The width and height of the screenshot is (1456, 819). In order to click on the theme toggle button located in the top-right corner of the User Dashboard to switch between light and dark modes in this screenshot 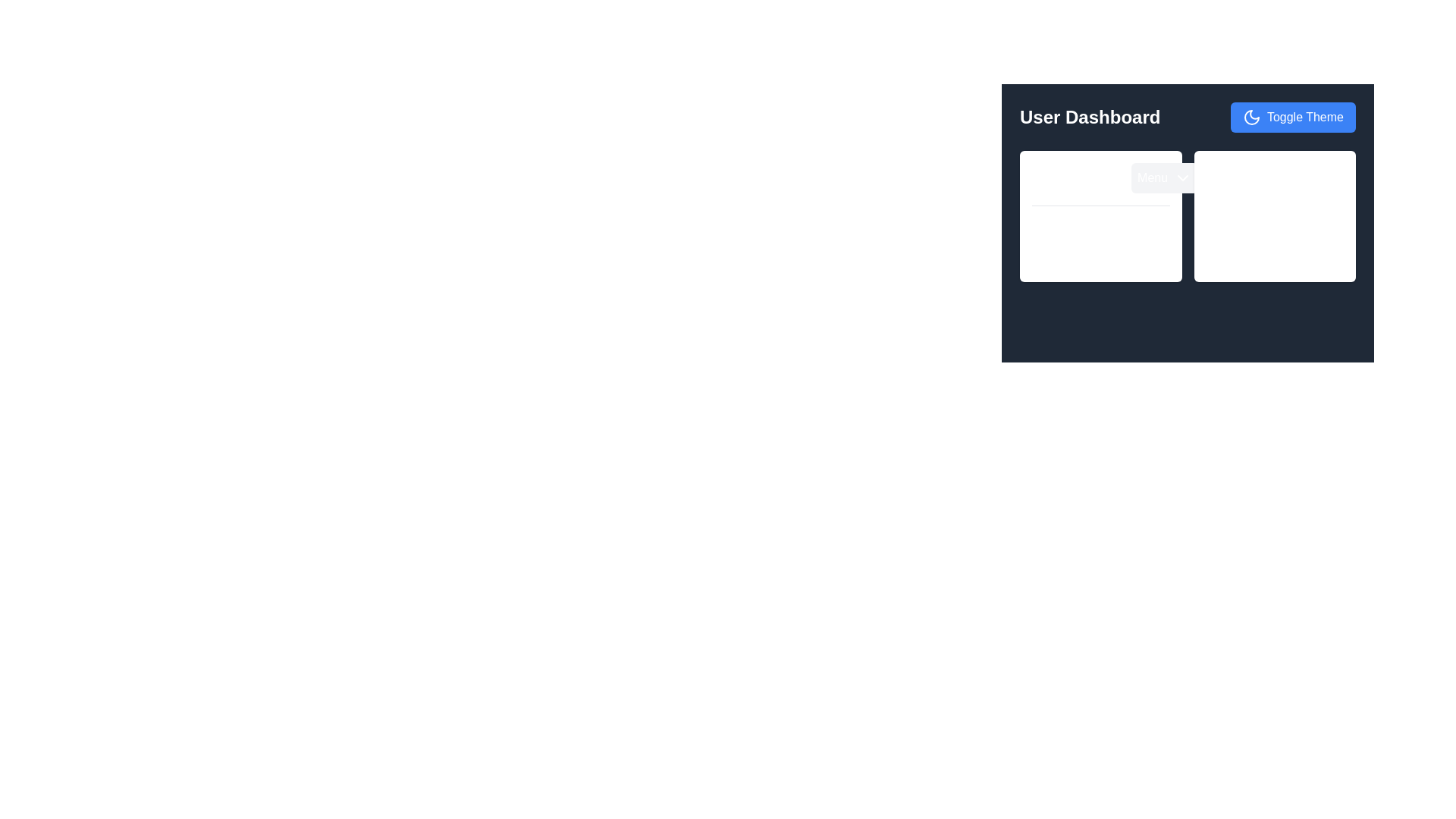, I will do `click(1292, 116)`.